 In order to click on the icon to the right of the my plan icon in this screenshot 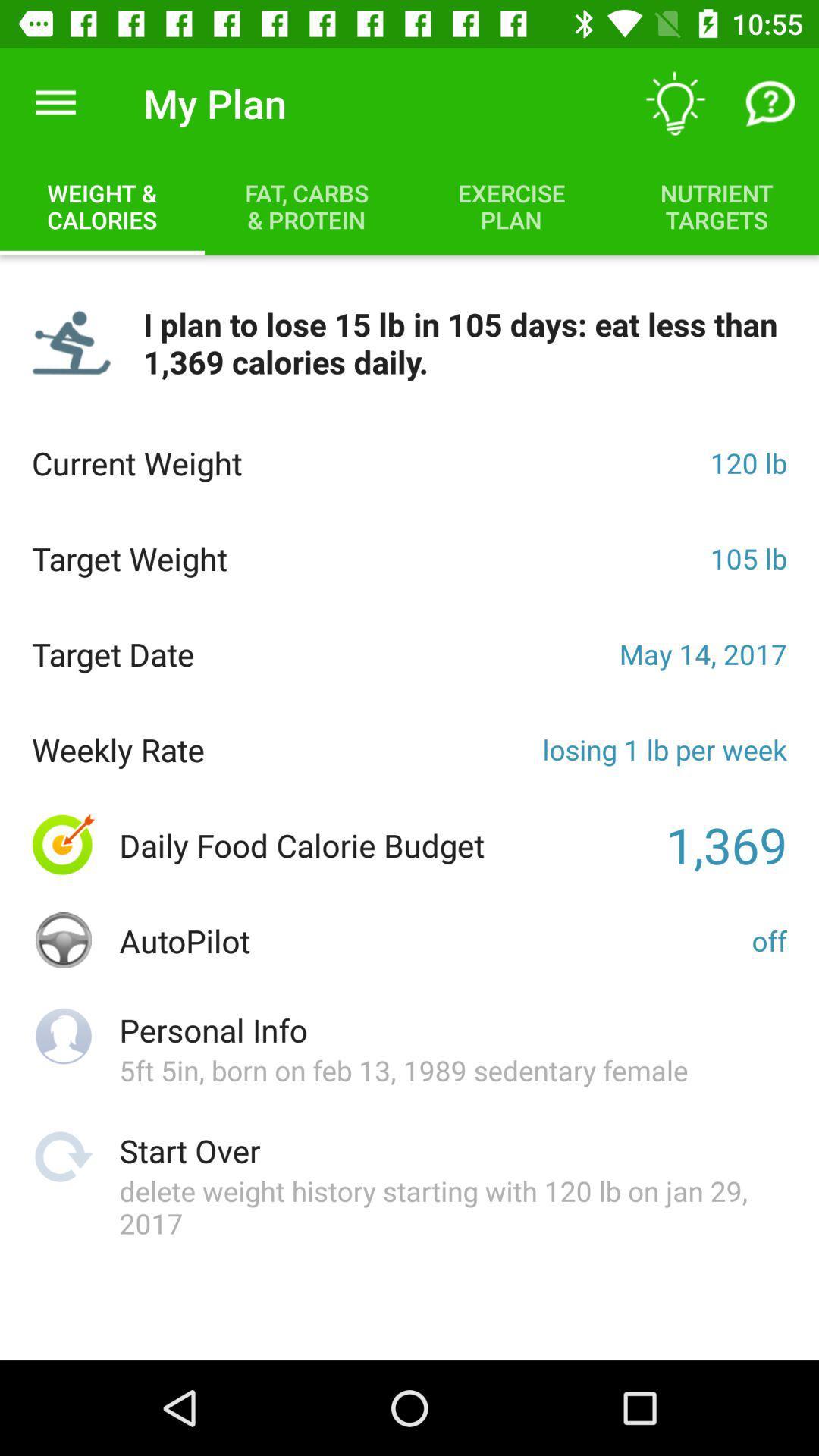, I will do `click(675, 102)`.